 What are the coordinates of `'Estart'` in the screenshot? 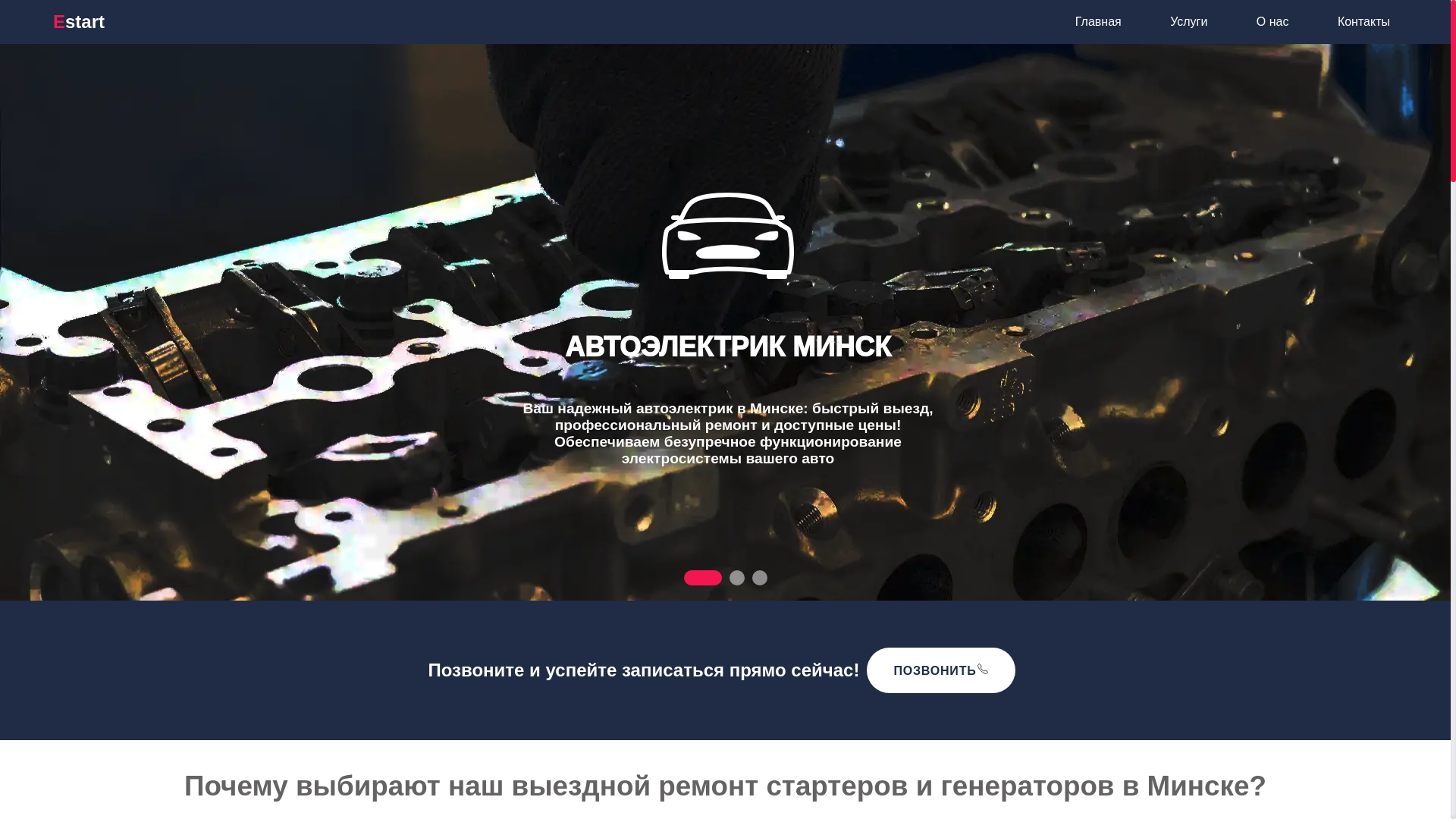 It's located at (53, 21).